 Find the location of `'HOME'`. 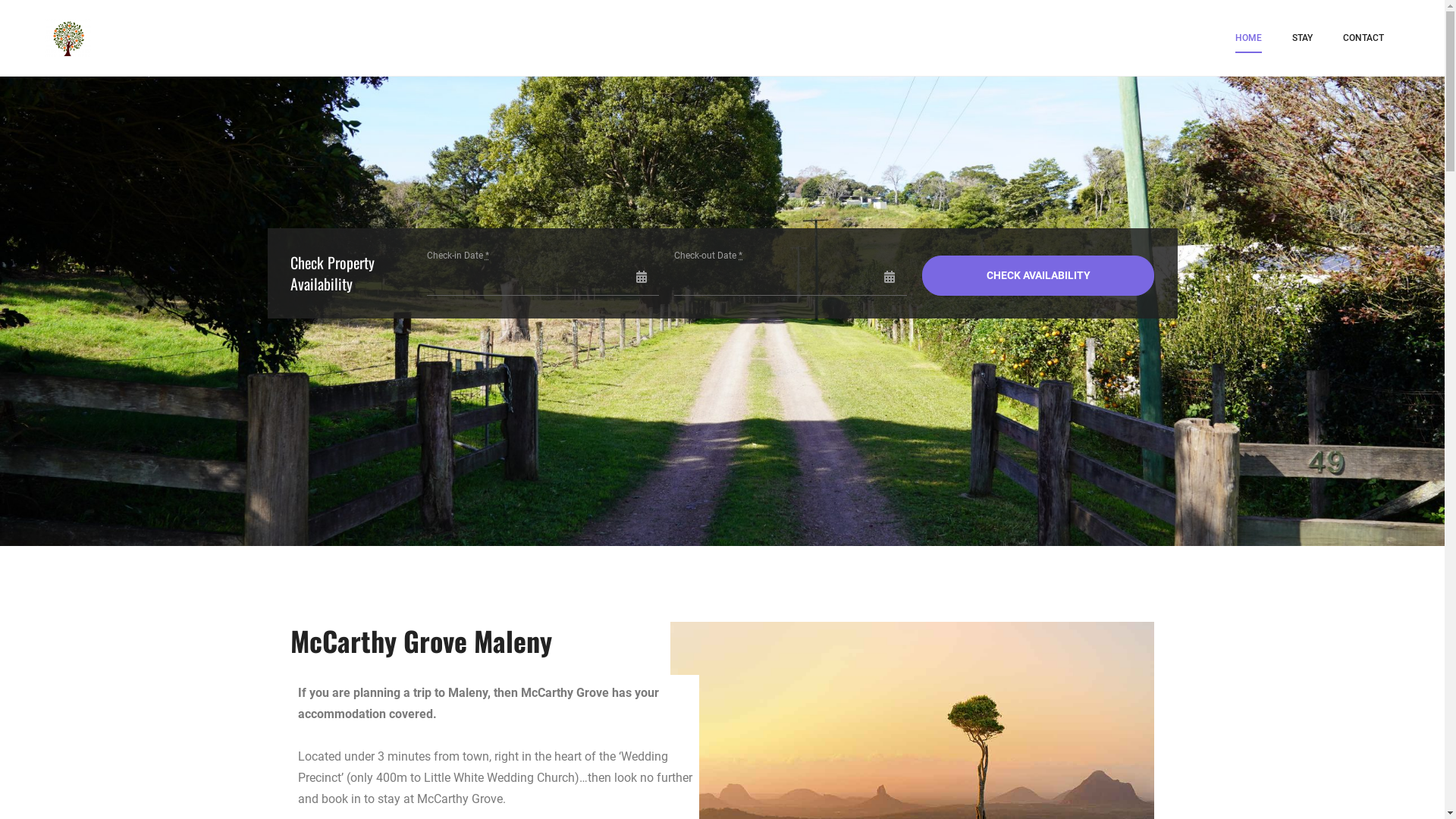

'HOME' is located at coordinates (1248, 37).